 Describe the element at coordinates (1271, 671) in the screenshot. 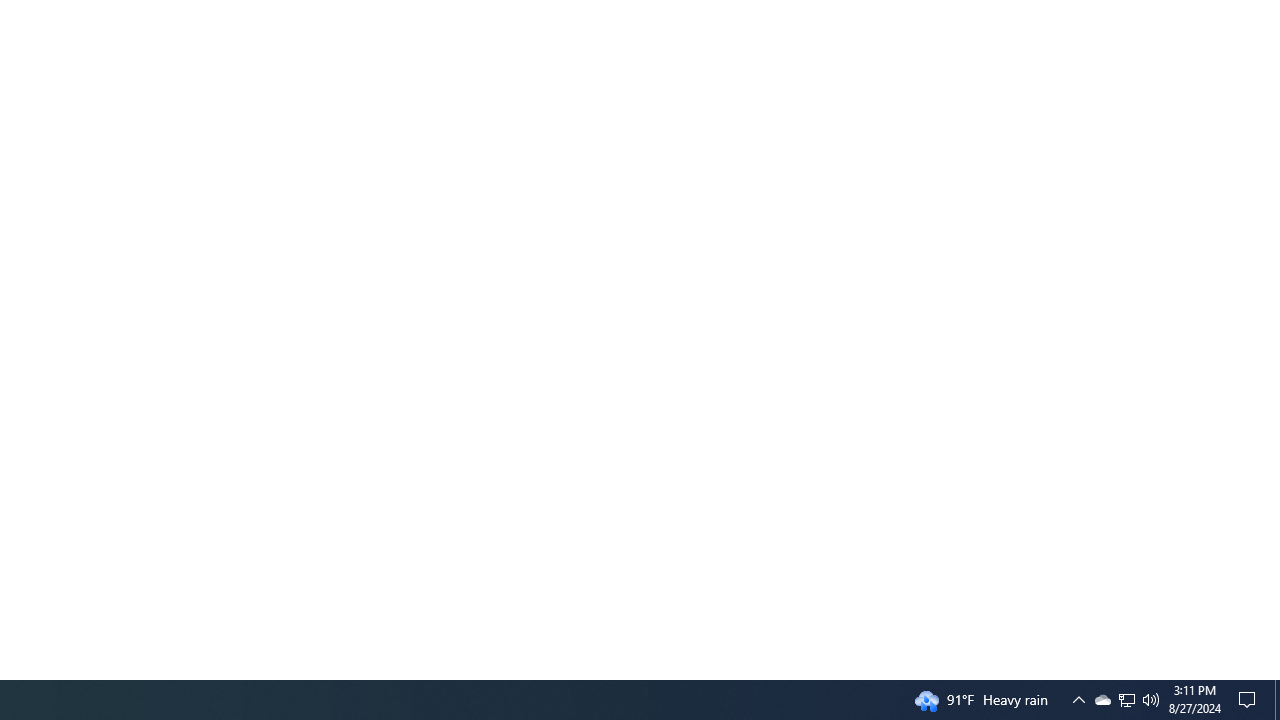

I see `'Vertical Small Increase'` at that location.